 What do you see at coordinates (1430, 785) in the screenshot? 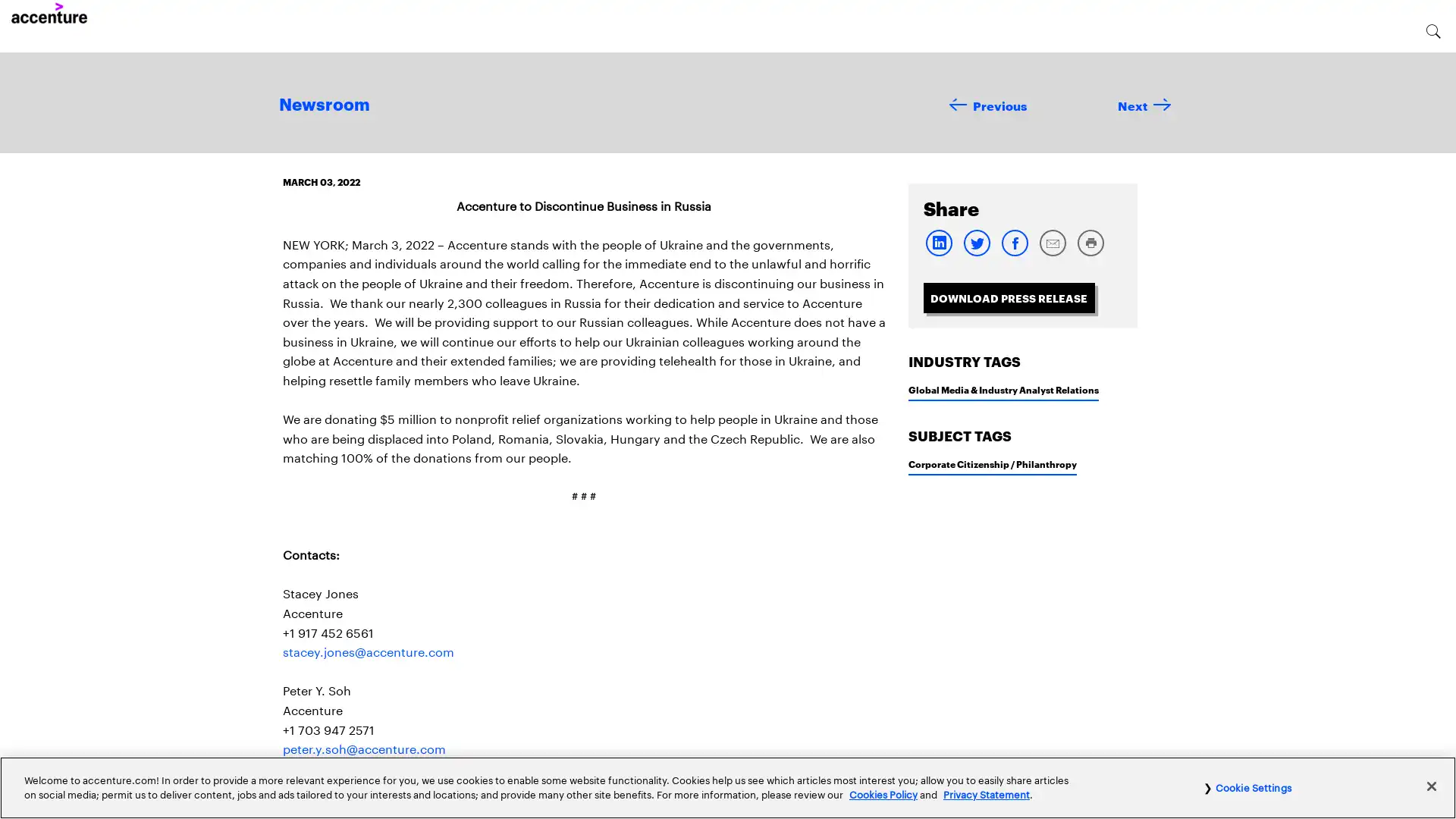
I see `Close` at bounding box center [1430, 785].